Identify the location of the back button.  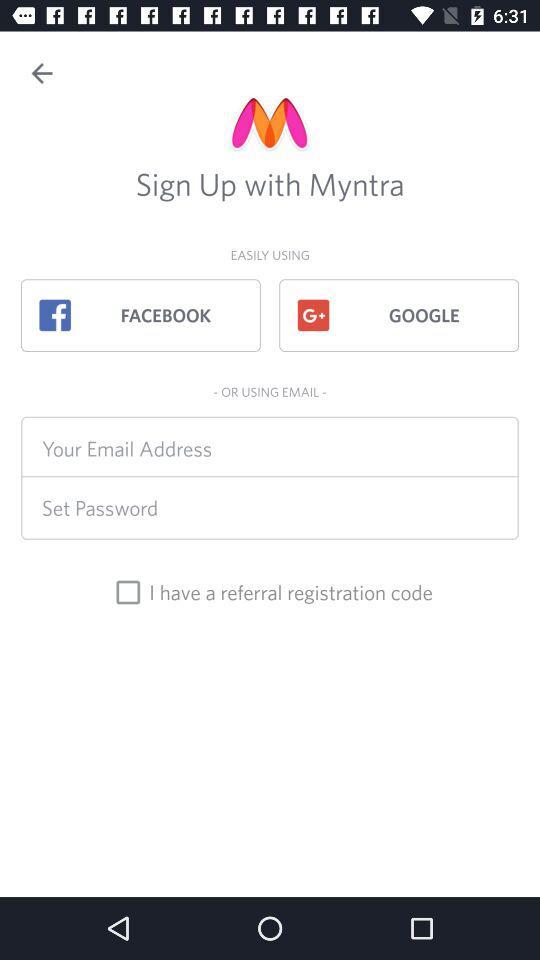
(42, 74).